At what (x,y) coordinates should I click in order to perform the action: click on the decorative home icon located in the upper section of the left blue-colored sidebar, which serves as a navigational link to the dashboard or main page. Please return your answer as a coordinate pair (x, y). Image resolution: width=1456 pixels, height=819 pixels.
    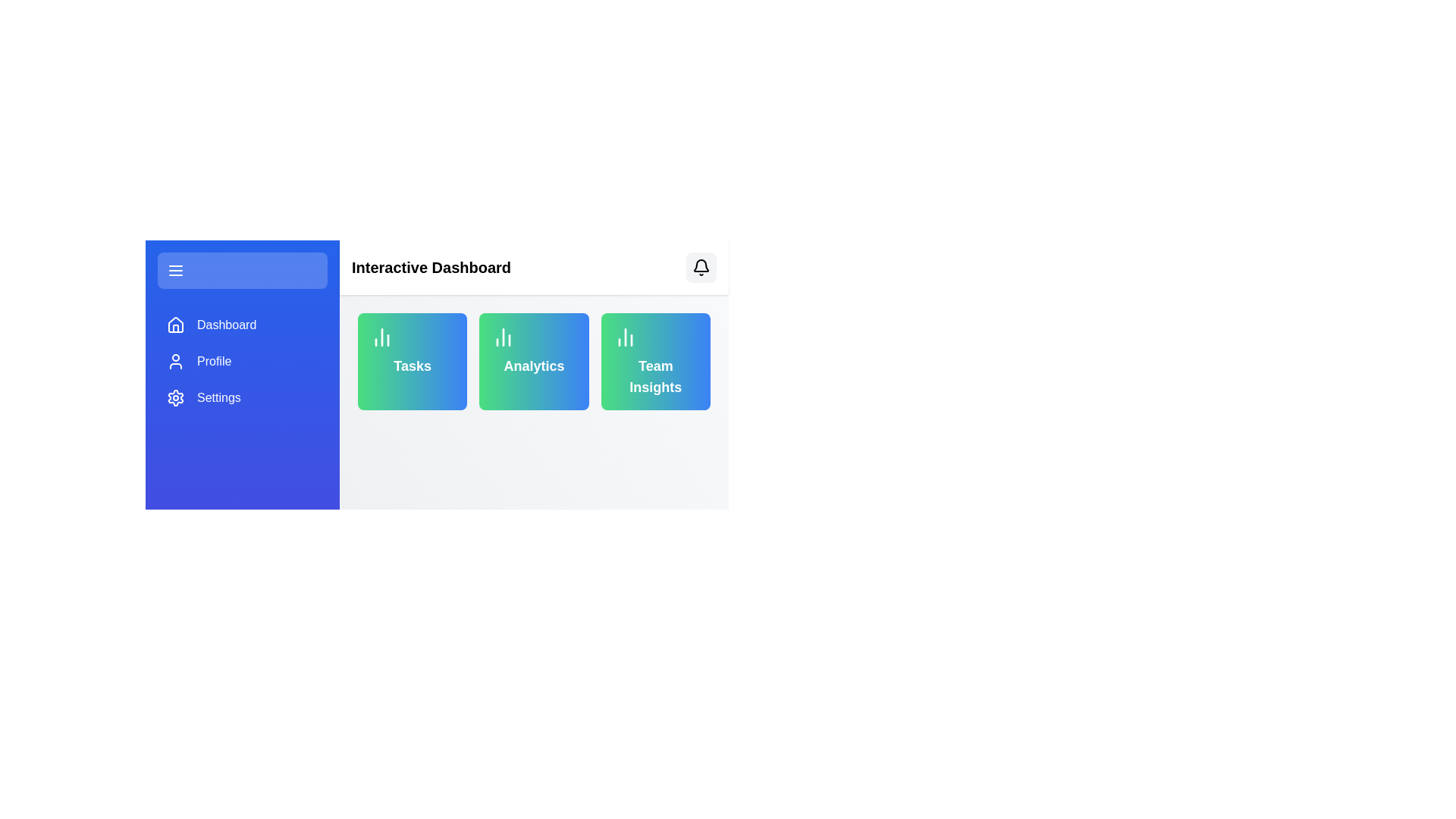
    Looking at the image, I should click on (175, 327).